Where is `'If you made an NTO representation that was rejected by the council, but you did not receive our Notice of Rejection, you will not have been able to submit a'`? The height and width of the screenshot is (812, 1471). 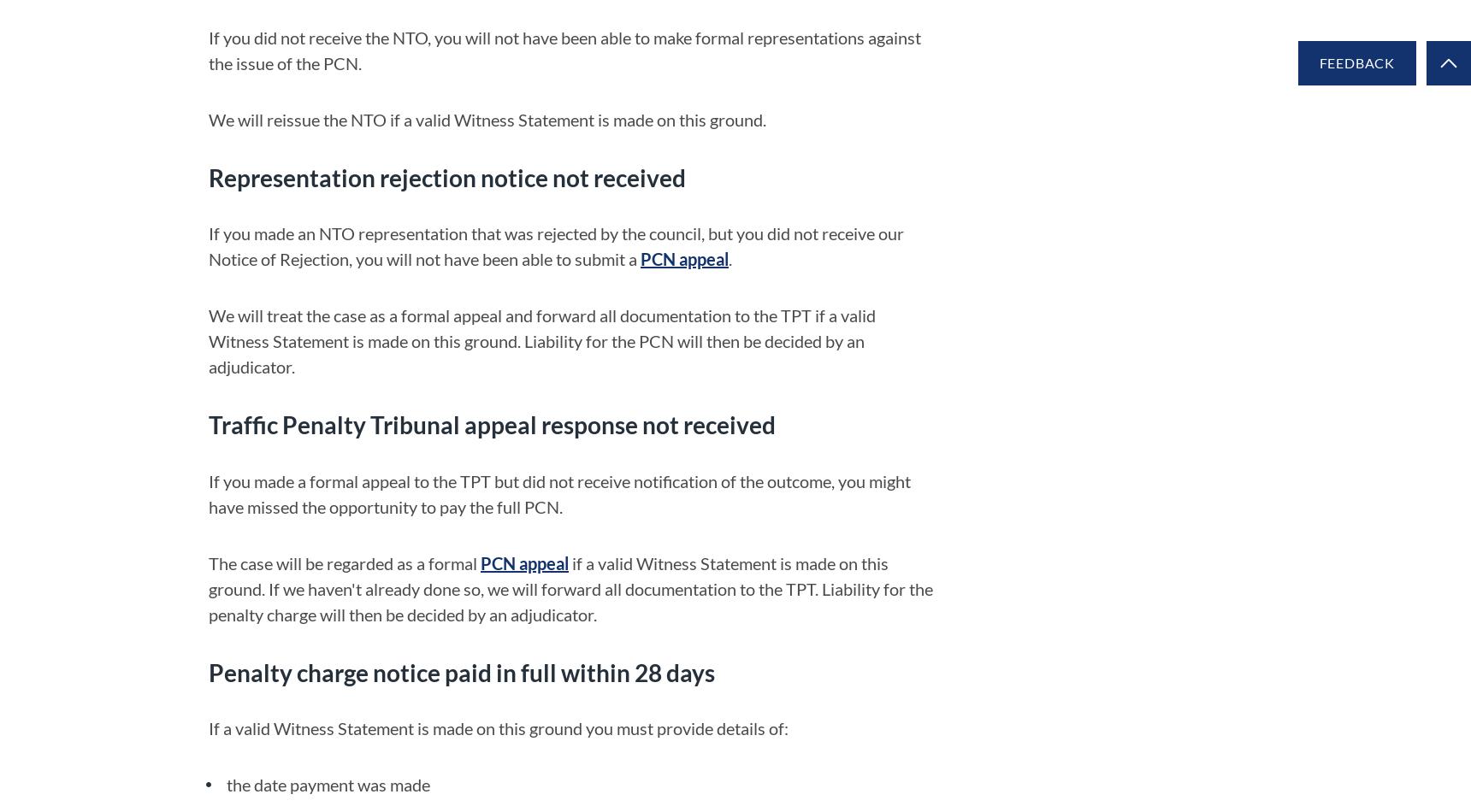 'If you made an NTO representation that was rejected by the council, but you did not receive our Notice of Rejection, you will not have been able to submit a' is located at coordinates (556, 245).